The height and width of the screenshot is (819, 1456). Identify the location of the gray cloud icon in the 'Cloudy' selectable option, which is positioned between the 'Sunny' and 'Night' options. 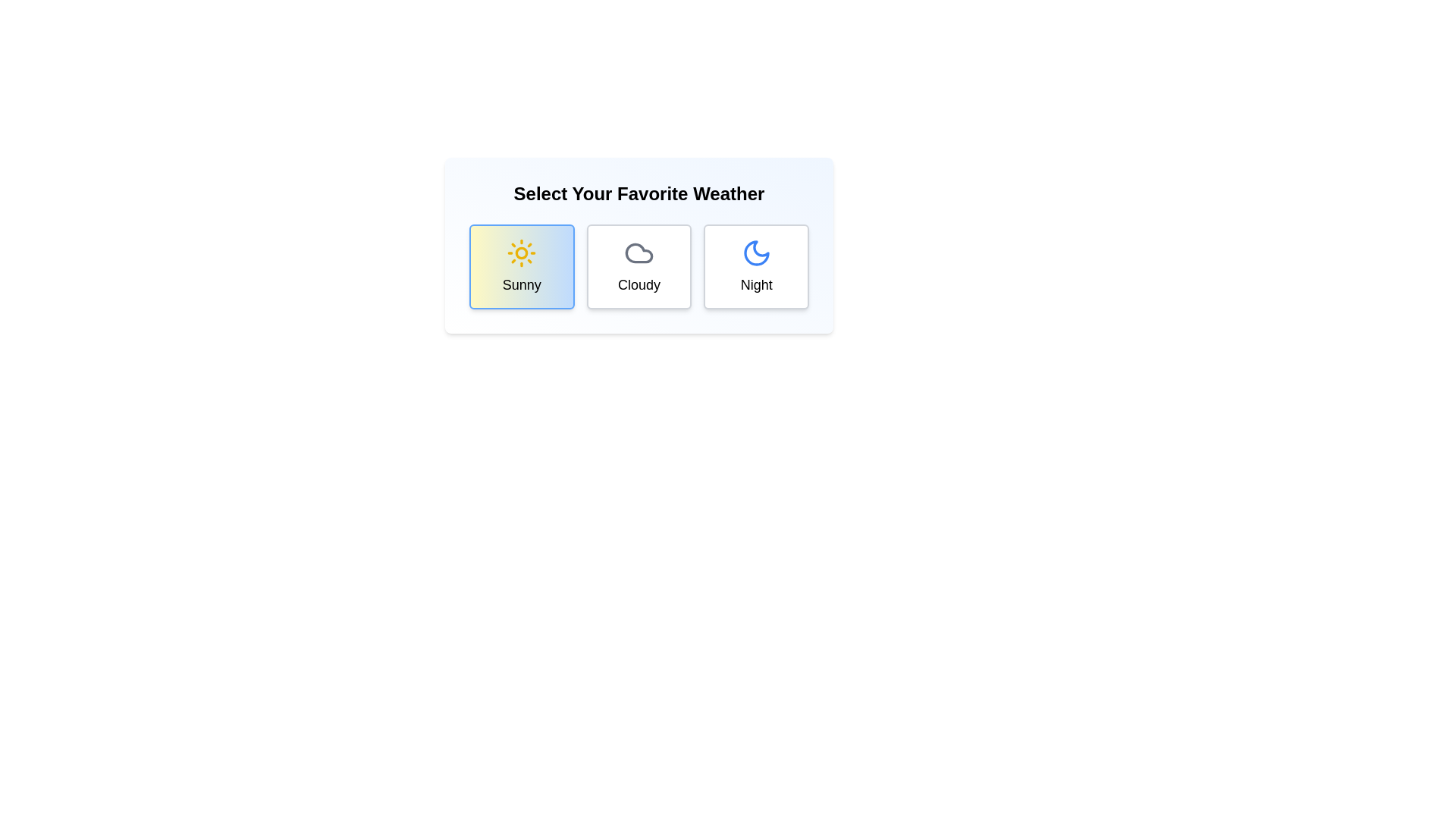
(639, 253).